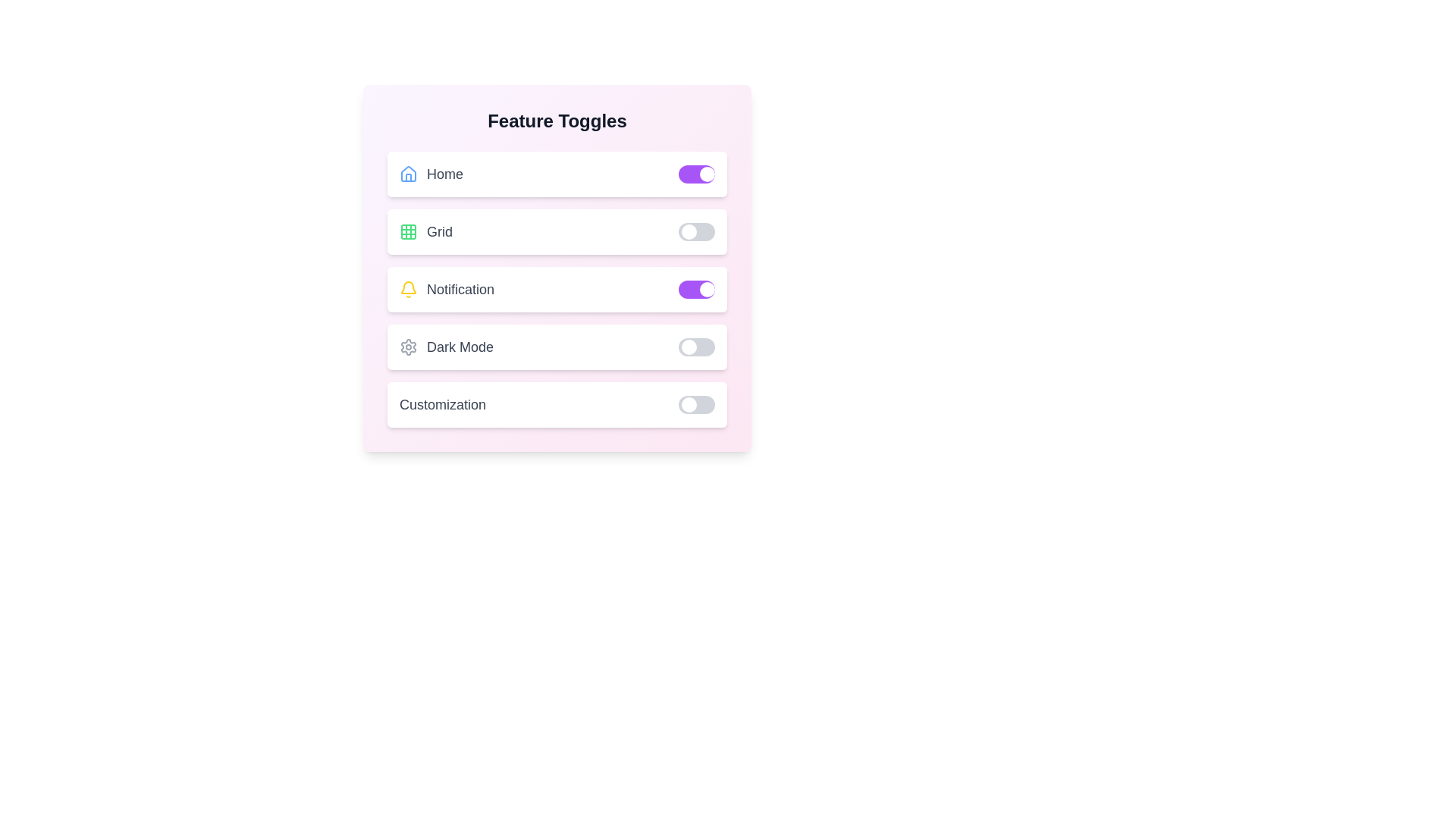 The height and width of the screenshot is (819, 1456). What do you see at coordinates (408, 231) in the screenshot?
I see `the green-outlined three-by-three grid icon located as the second item in the toggleable features list, positioned between the 'Home' and 'Notification' icons` at bounding box center [408, 231].